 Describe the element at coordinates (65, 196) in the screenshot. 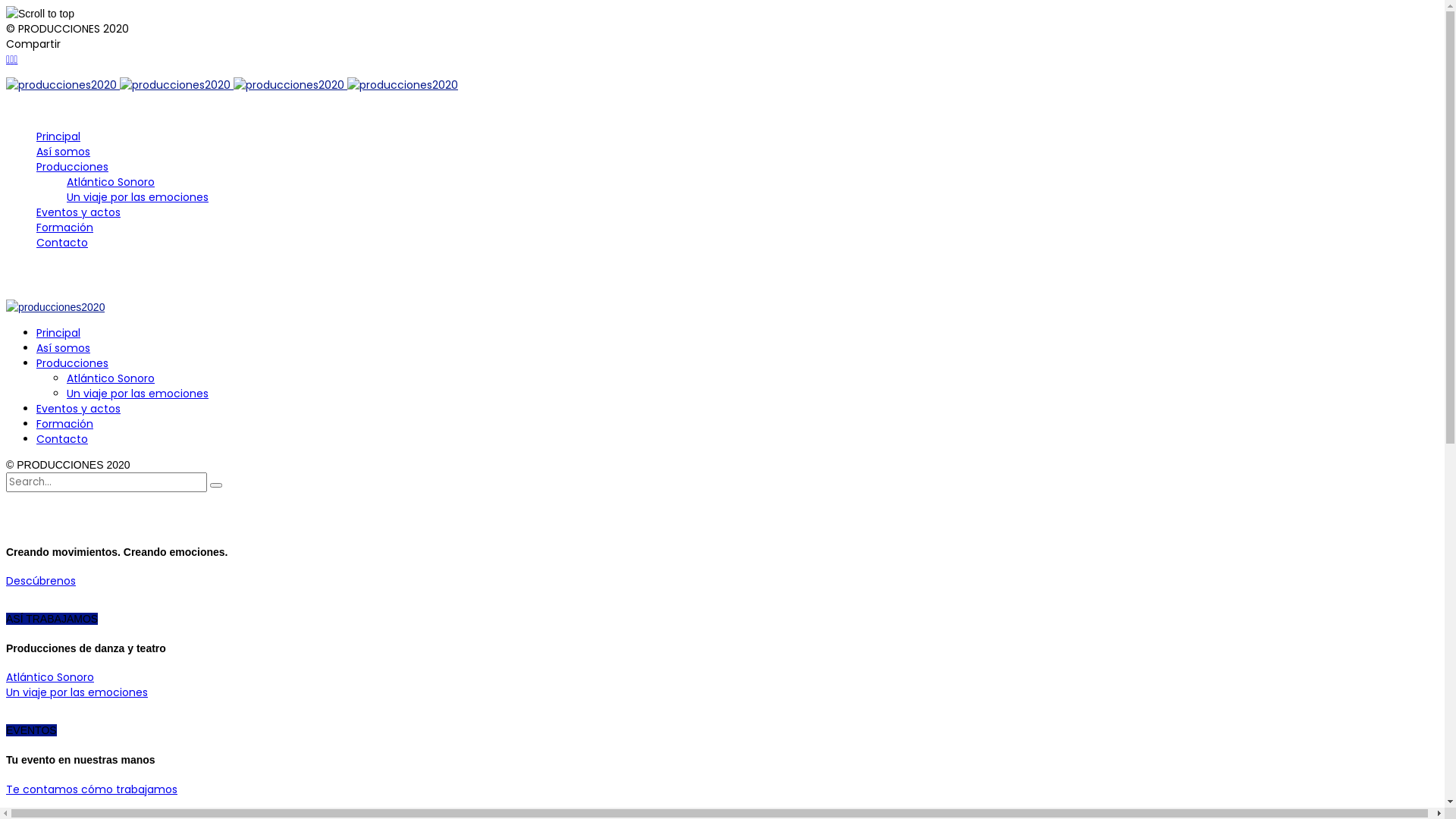

I see `'Un viaje por las emociones'` at that location.